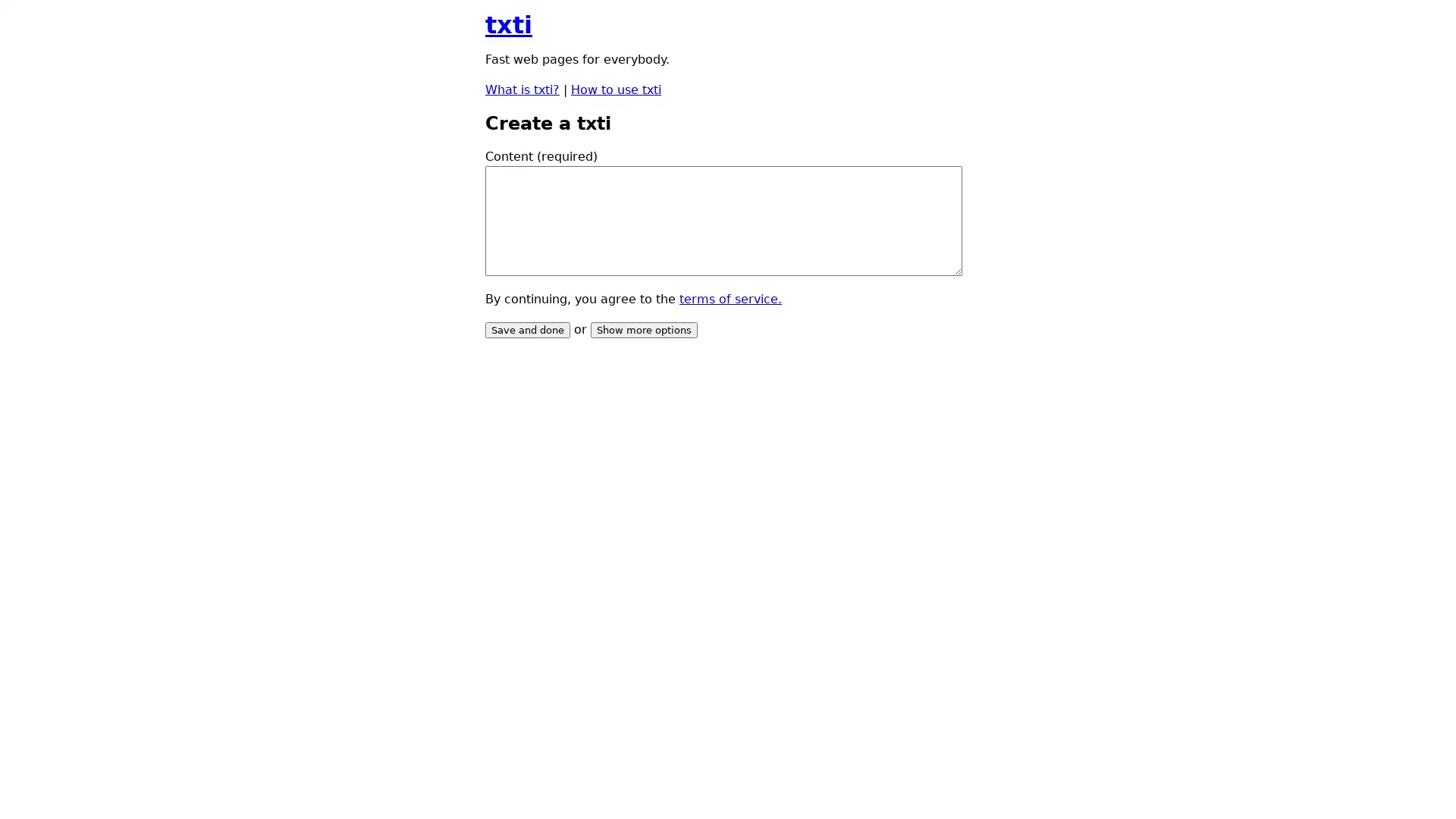 This screenshot has width=1456, height=819. I want to click on Show more options, so click(644, 329).